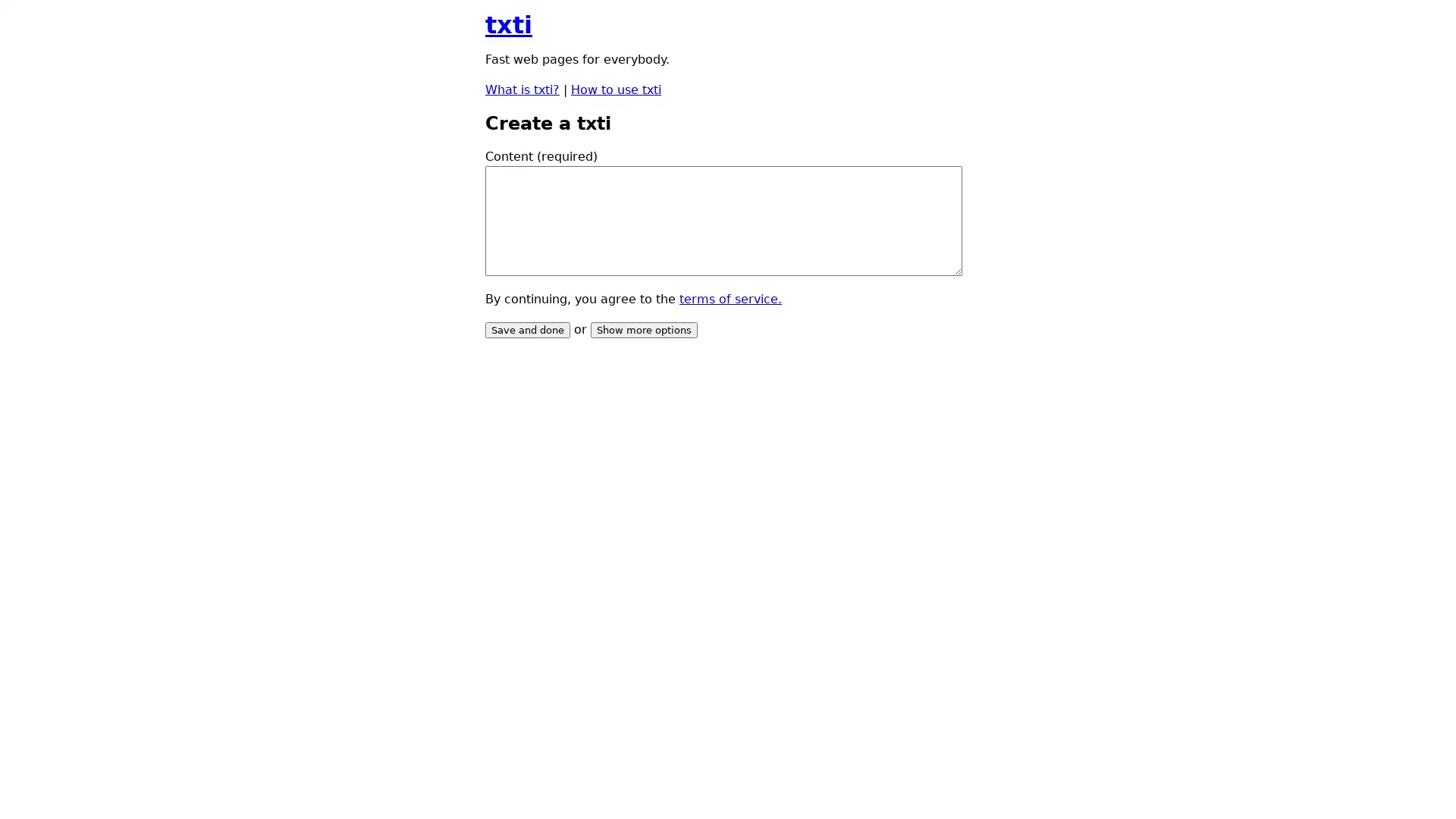 This screenshot has width=1456, height=819. I want to click on Show more options, so click(644, 329).